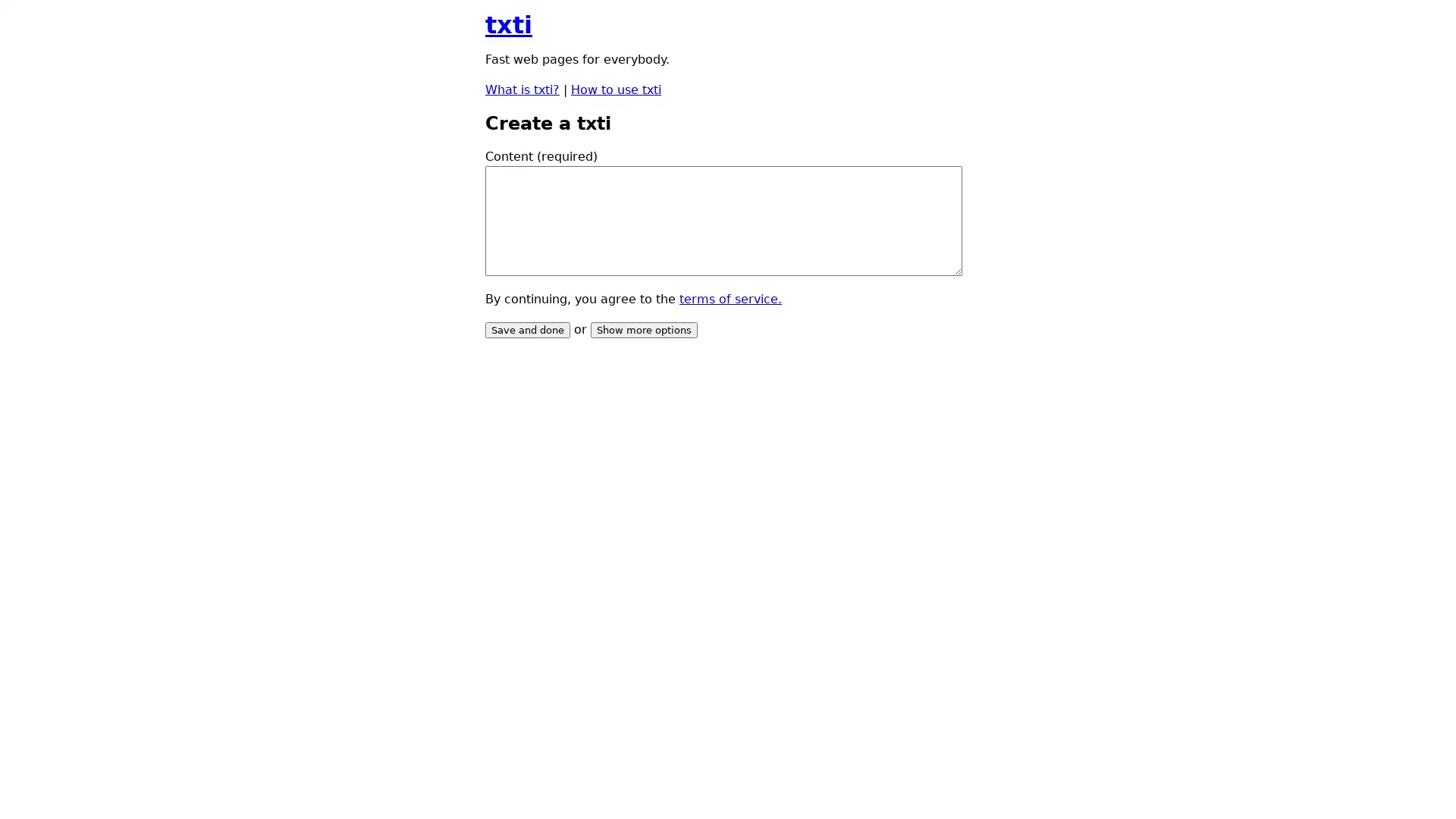 This screenshot has width=1456, height=819. I want to click on Show more options, so click(644, 329).